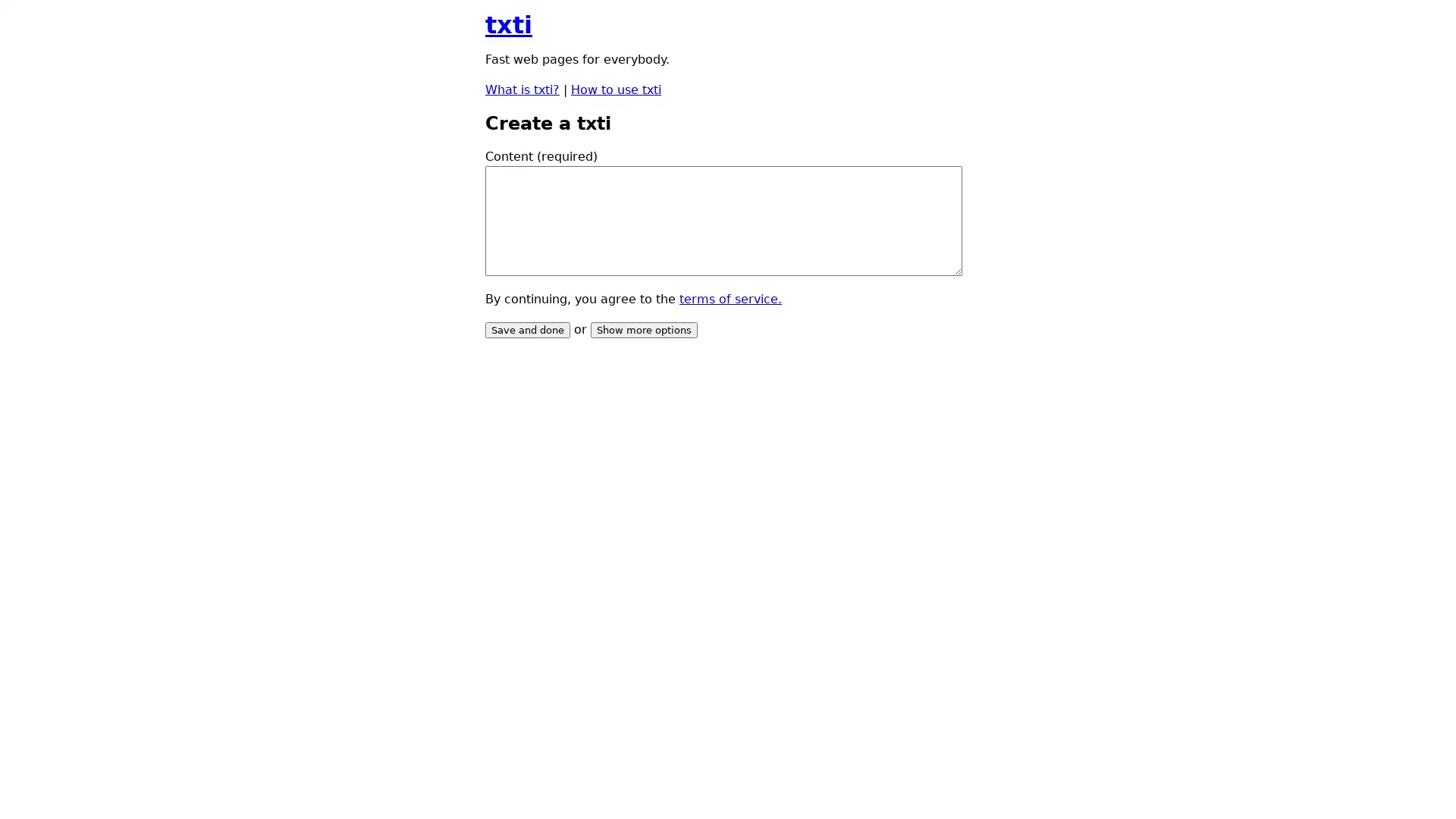 This screenshot has width=1456, height=819. I want to click on Show more options, so click(644, 329).